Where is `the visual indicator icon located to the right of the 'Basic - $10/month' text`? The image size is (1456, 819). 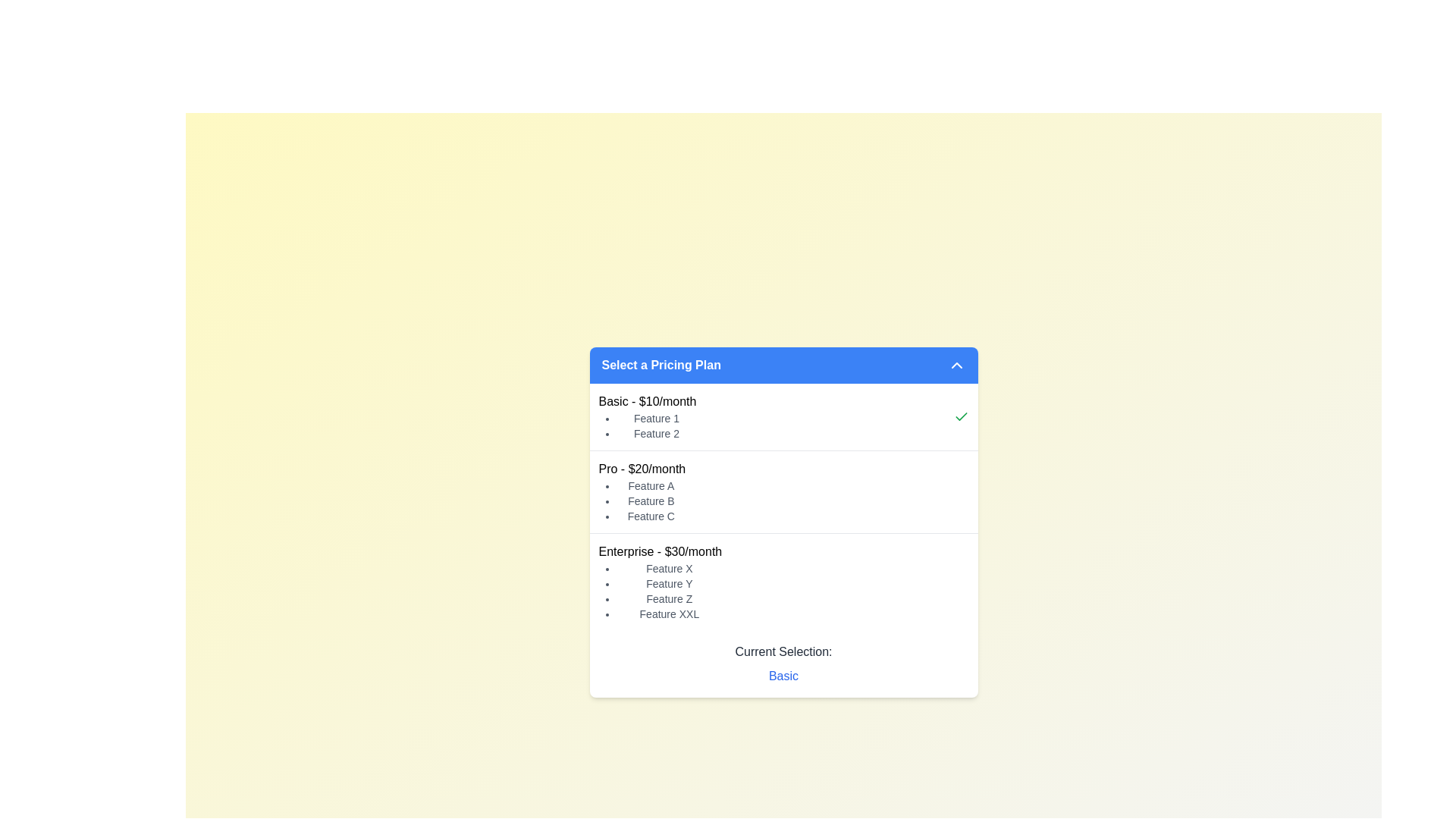 the visual indicator icon located to the right of the 'Basic - $10/month' text is located at coordinates (960, 416).